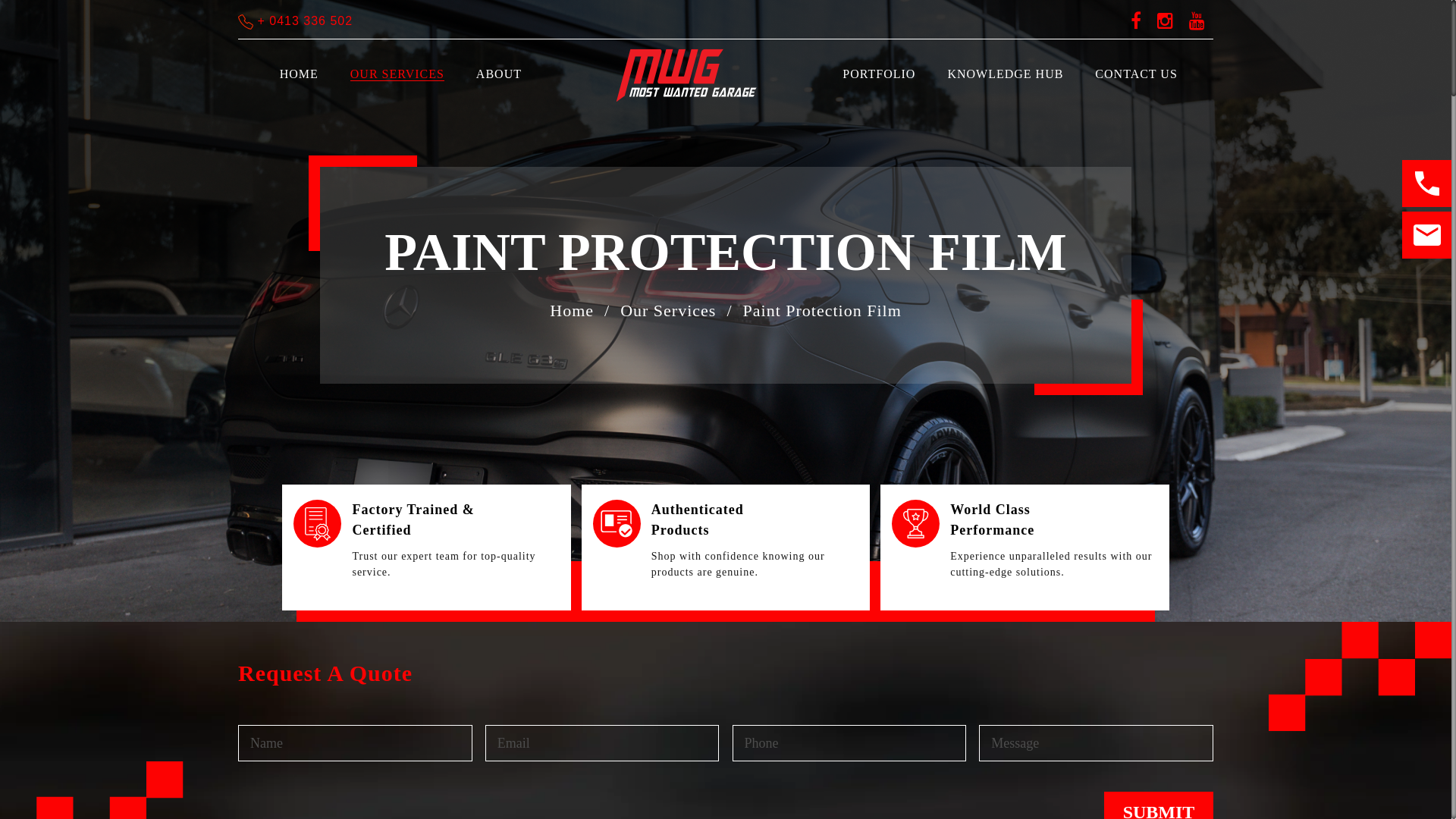  What do you see at coordinates (237, 20) in the screenshot?
I see `'+ 0413 336 502'` at bounding box center [237, 20].